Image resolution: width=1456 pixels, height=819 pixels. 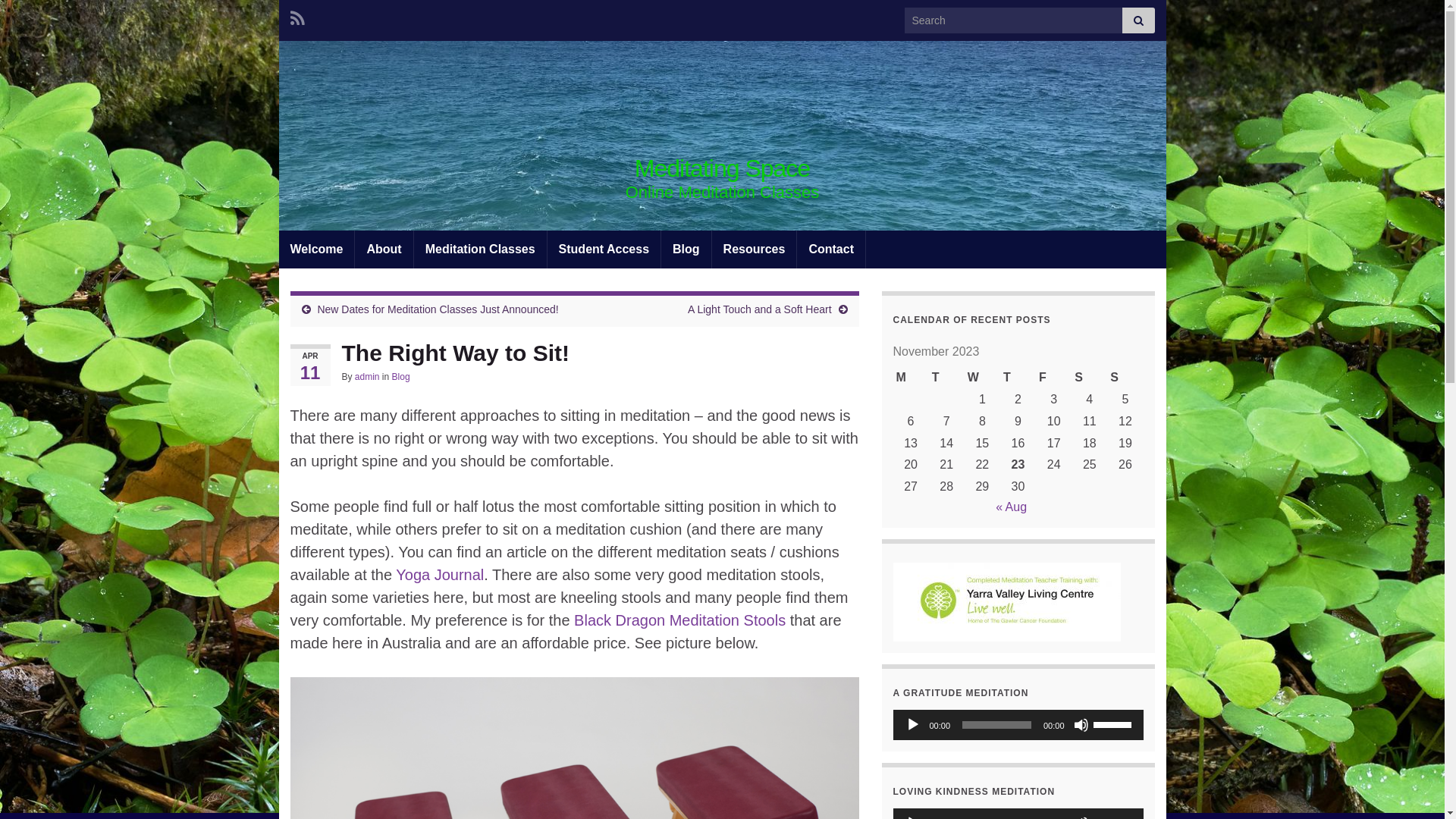 What do you see at coordinates (383, 248) in the screenshot?
I see `'About'` at bounding box center [383, 248].